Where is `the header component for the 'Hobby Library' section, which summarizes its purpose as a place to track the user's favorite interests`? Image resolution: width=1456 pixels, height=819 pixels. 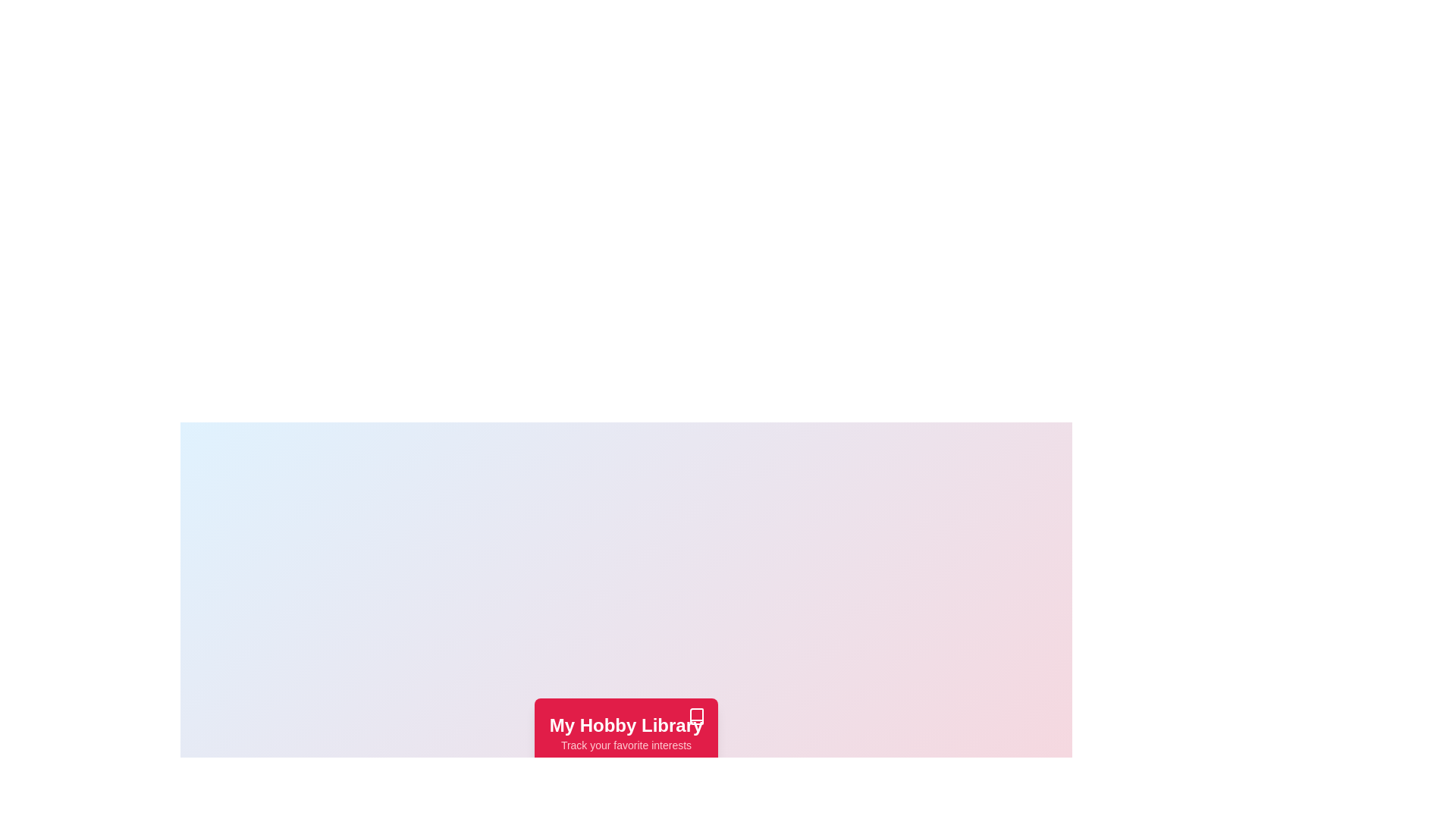
the header component for the 'Hobby Library' section, which summarizes its purpose as a place to track the user's favorite interests is located at coordinates (626, 733).